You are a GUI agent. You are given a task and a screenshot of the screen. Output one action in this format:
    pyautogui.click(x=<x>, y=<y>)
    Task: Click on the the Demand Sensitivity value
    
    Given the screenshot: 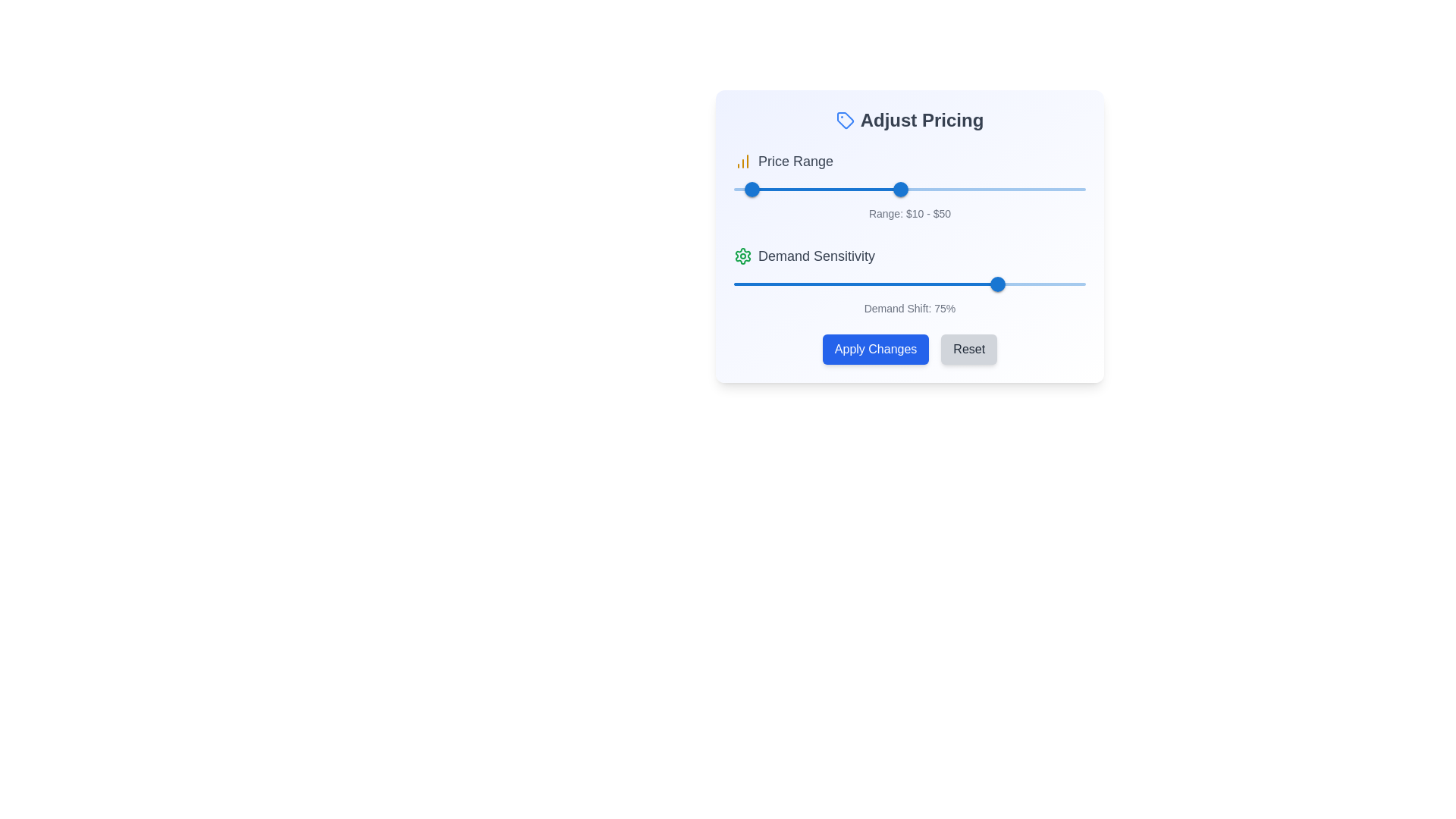 What is the action you would take?
    pyautogui.click(x=968, y=284)
    